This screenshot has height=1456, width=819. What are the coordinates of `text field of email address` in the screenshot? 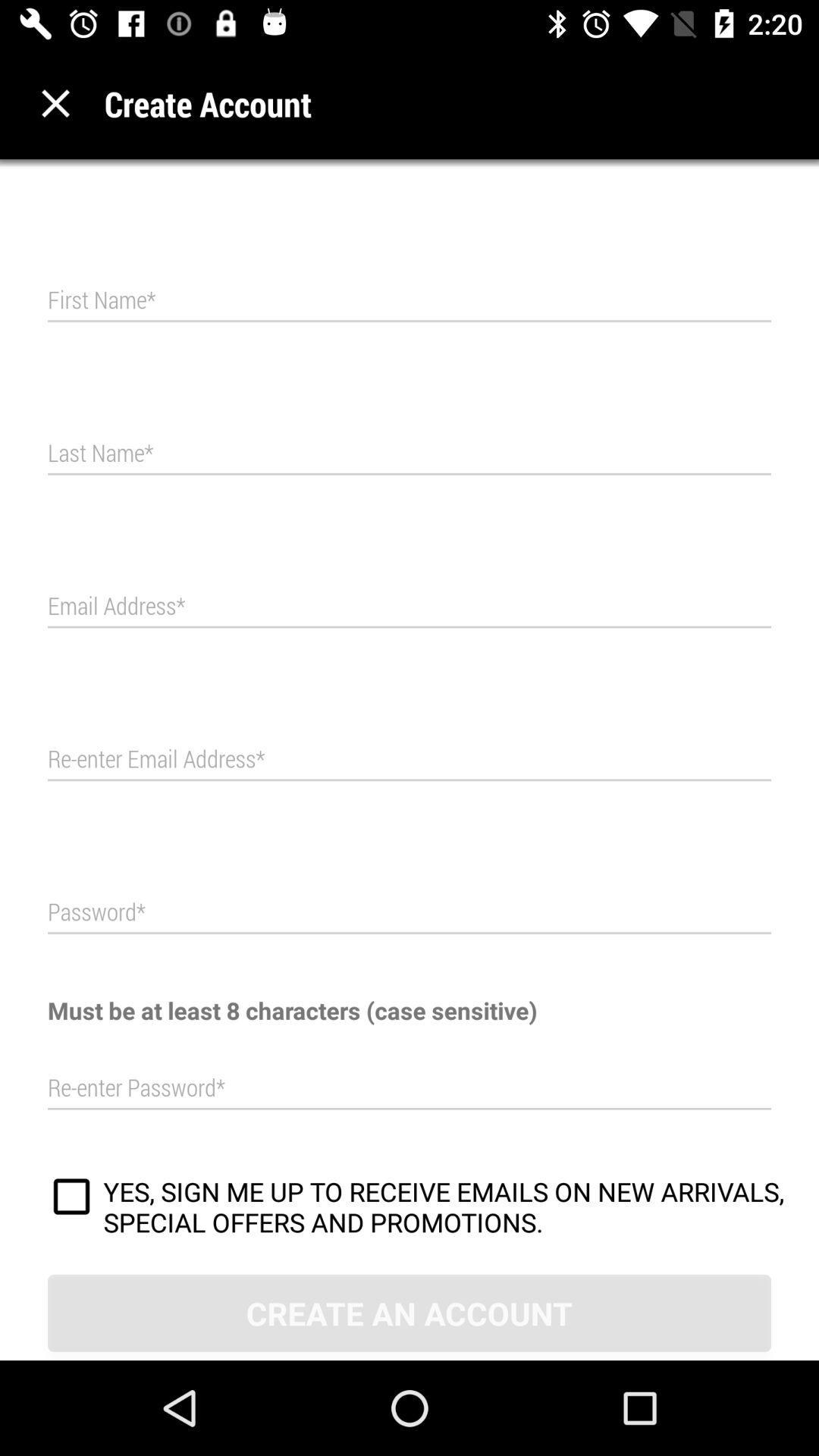 It's located at (409, 607).